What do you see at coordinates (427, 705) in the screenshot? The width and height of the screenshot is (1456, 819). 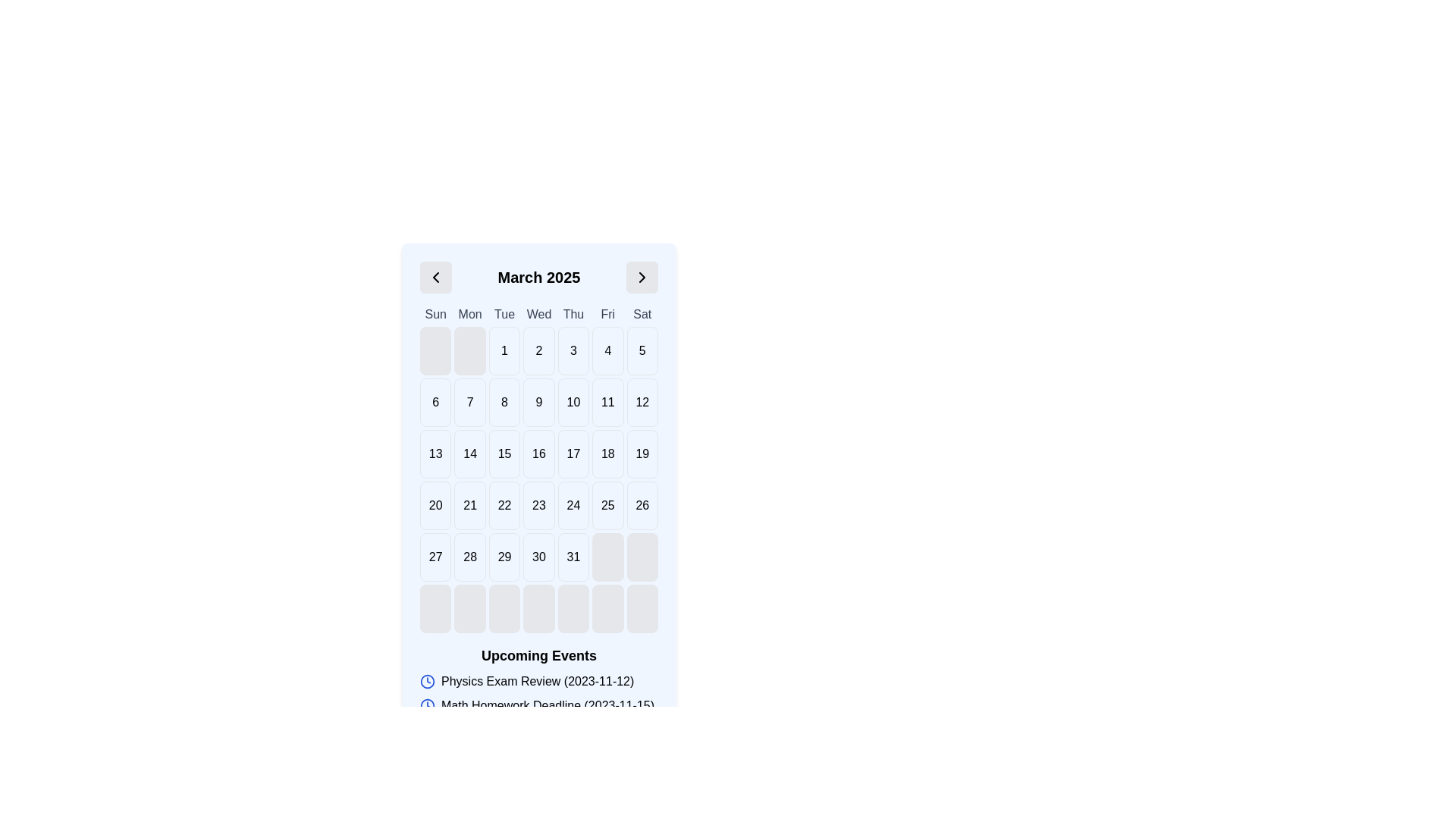 I see `the decorative circle within the SVG clock icon in the 'Upcoming Events' section of the calendar interface` at bounding box center [427, 705].